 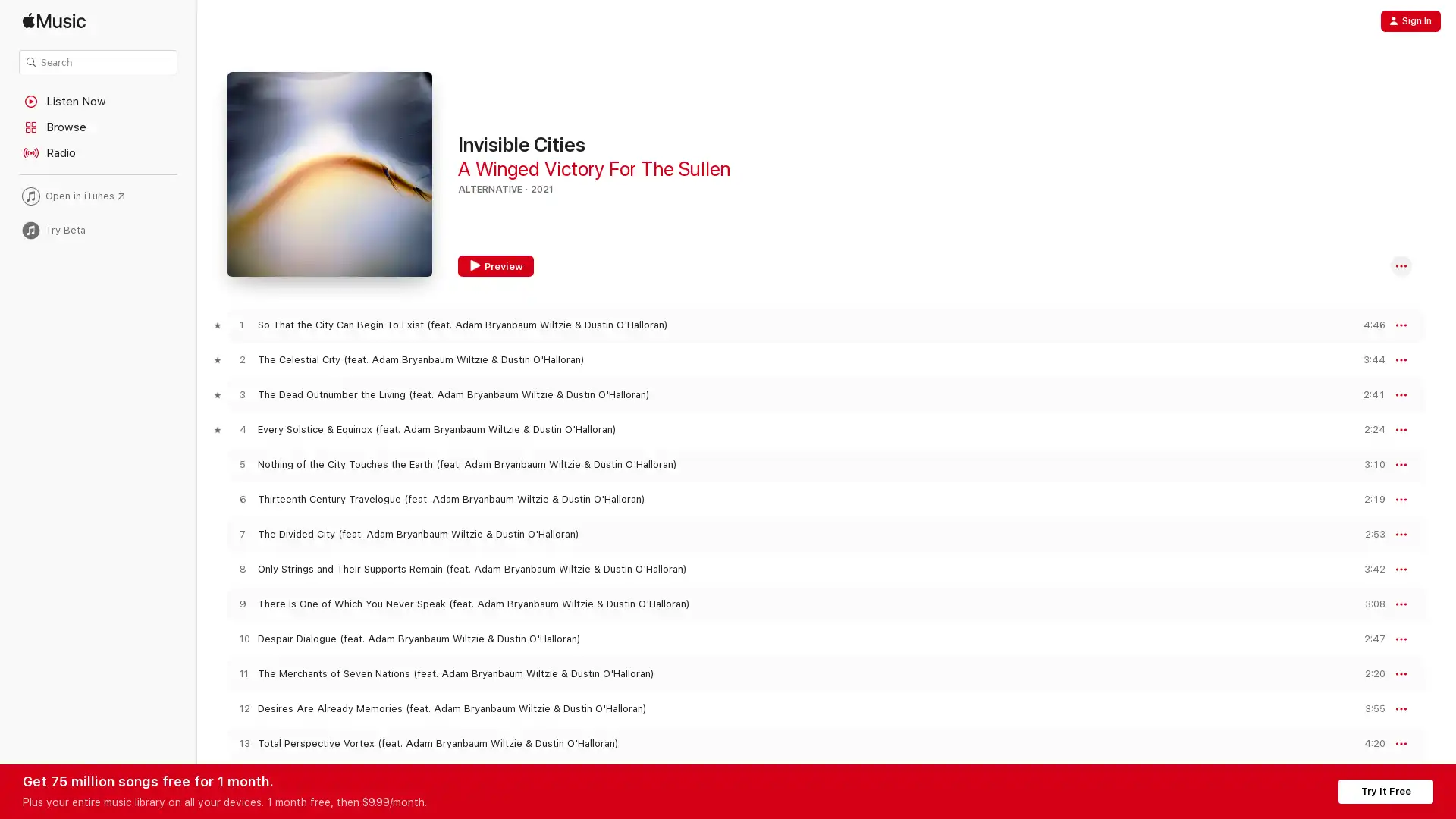 What do you see at coordinates (1368, 499) in the screenshot?
I see `Preview` at bounding box center [1368, 499].